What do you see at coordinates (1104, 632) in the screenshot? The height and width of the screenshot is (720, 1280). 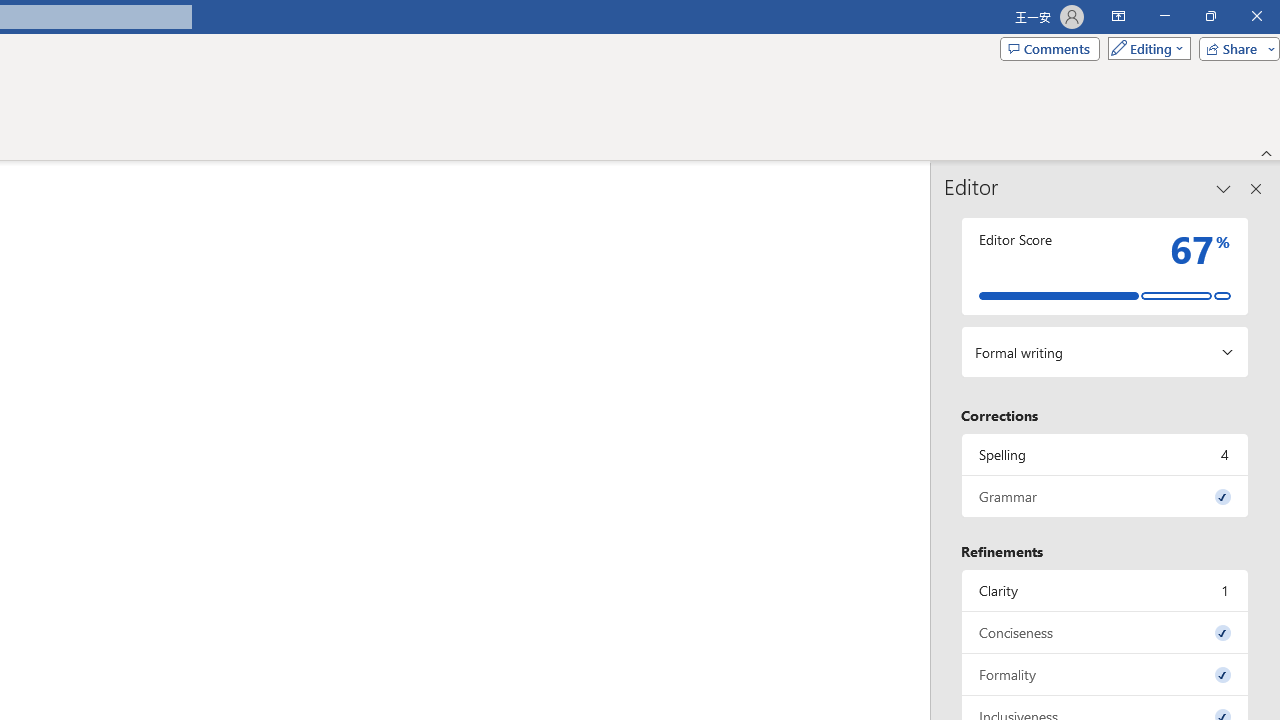 I see `'Conciseness, 0 issues. Press space or enter to review items.'` at bounding box center [1104, 632].